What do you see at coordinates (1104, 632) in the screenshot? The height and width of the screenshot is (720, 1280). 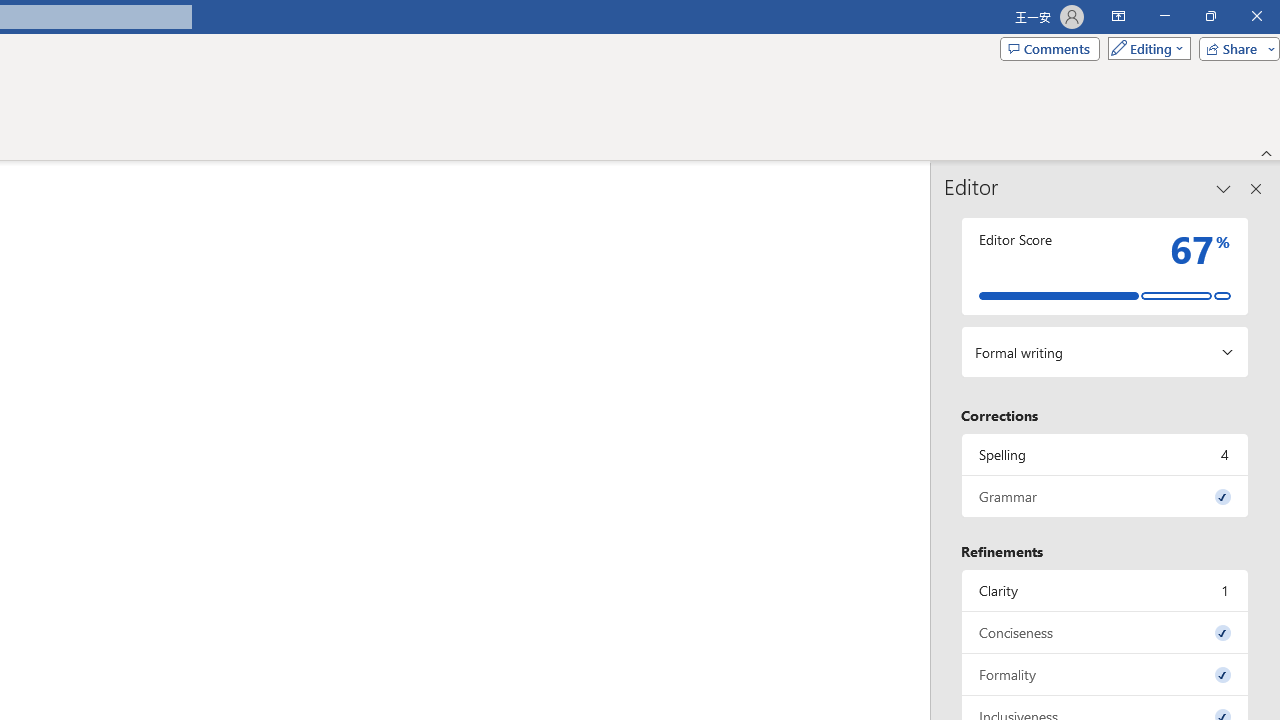 I see `'Conciseness, 0 issues. Press space or enter to review items.'` at bounding box center [1104, 632].